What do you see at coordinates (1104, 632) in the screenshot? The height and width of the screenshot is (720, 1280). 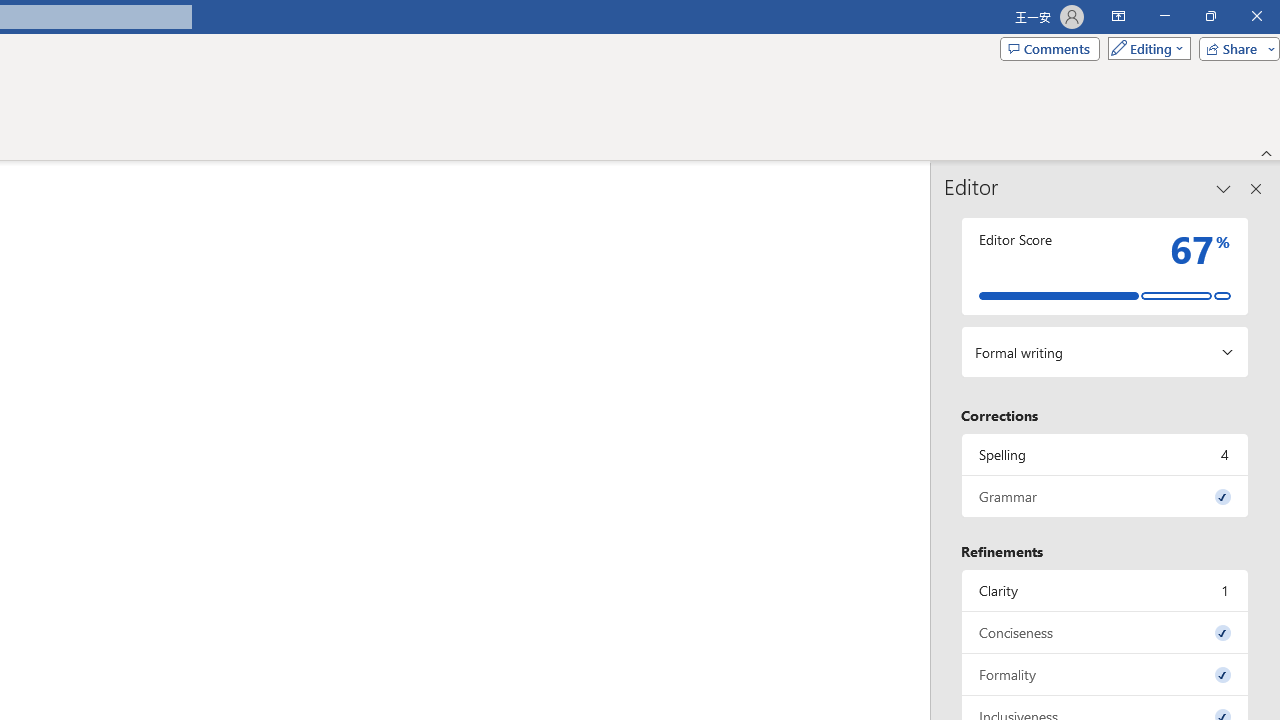 I see `'Conciseness, 0 issues. Press space or enter to review items.'` at bounding box center [1104, 632].